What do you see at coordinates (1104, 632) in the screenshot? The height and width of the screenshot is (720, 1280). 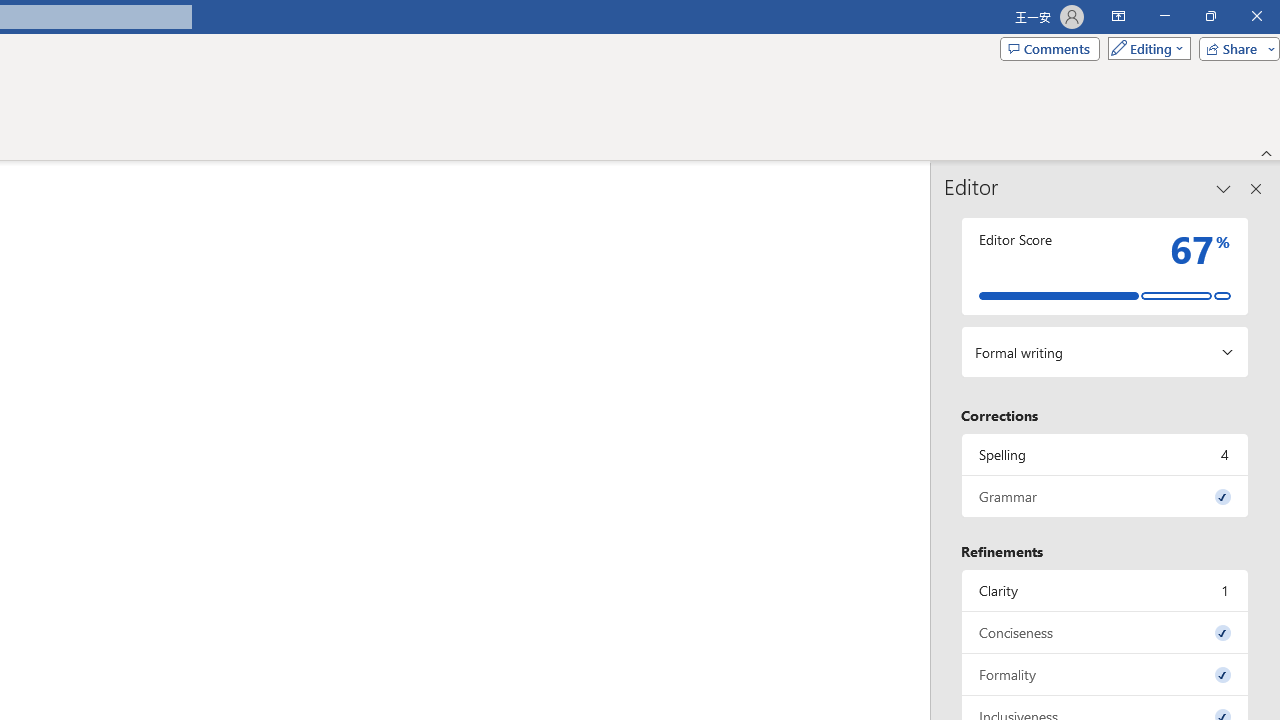 I see `'Conciseness, 0 issues. Press space or enter to review items.'` at bounding box center [1104, 632].